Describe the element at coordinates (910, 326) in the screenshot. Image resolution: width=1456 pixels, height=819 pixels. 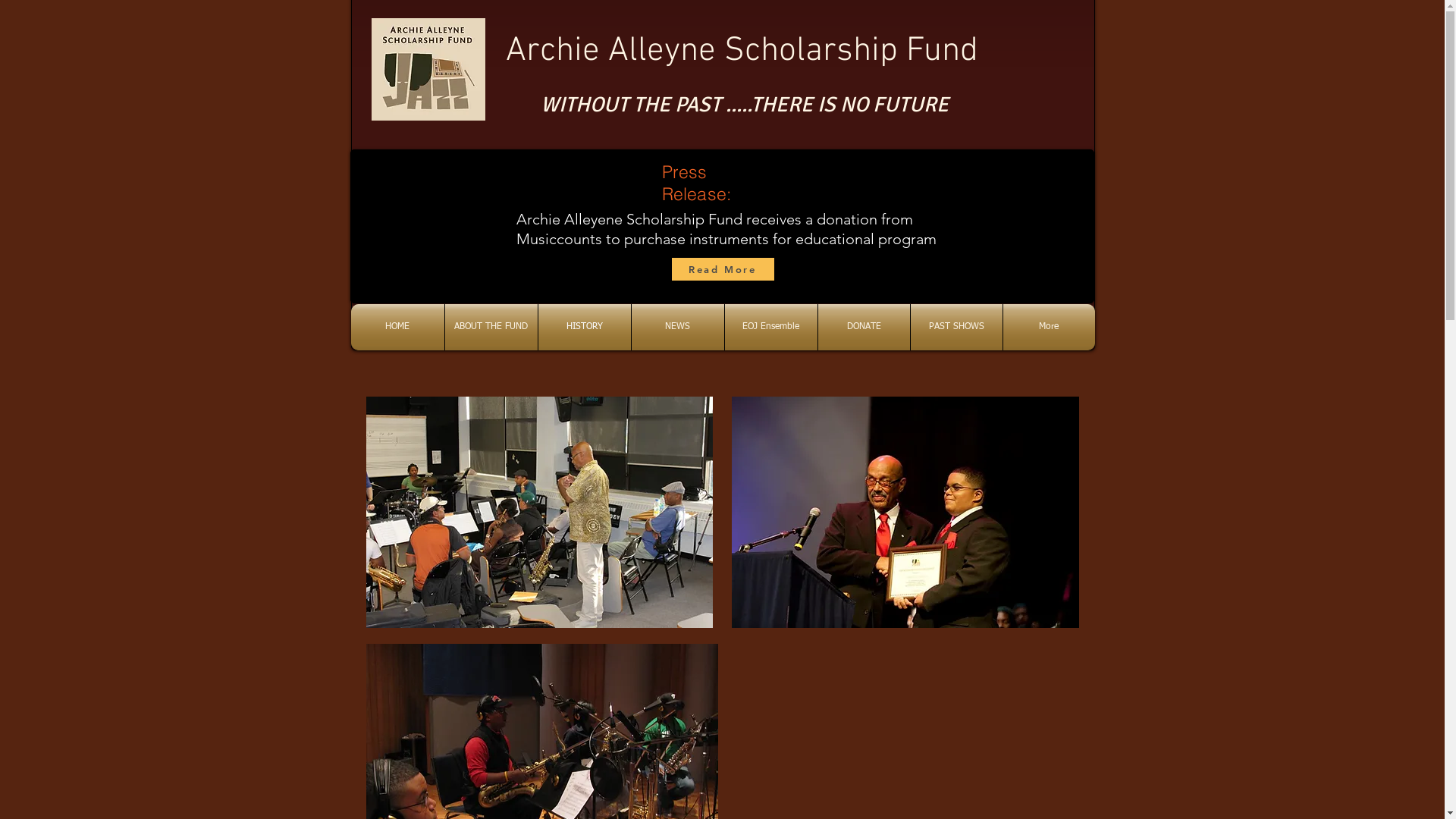
I see `'PAST SHOWS'` at that location.